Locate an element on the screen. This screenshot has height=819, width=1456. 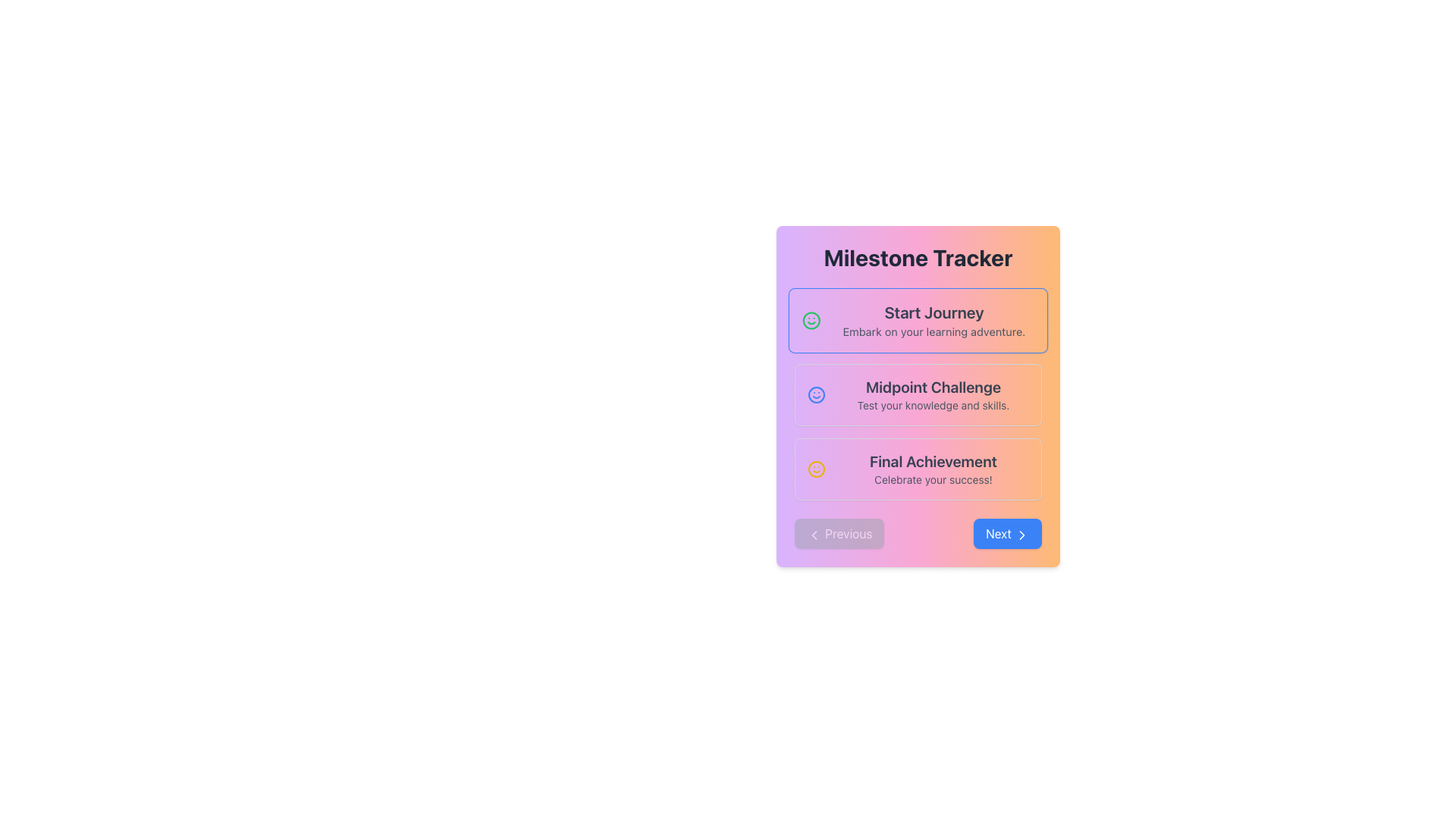
the Informational card that represents the final achievement in the progress tracker, which is the third and last card in the vertical stack located below the 'Midpoint Challenge' card is located at coordinates (917, 468).